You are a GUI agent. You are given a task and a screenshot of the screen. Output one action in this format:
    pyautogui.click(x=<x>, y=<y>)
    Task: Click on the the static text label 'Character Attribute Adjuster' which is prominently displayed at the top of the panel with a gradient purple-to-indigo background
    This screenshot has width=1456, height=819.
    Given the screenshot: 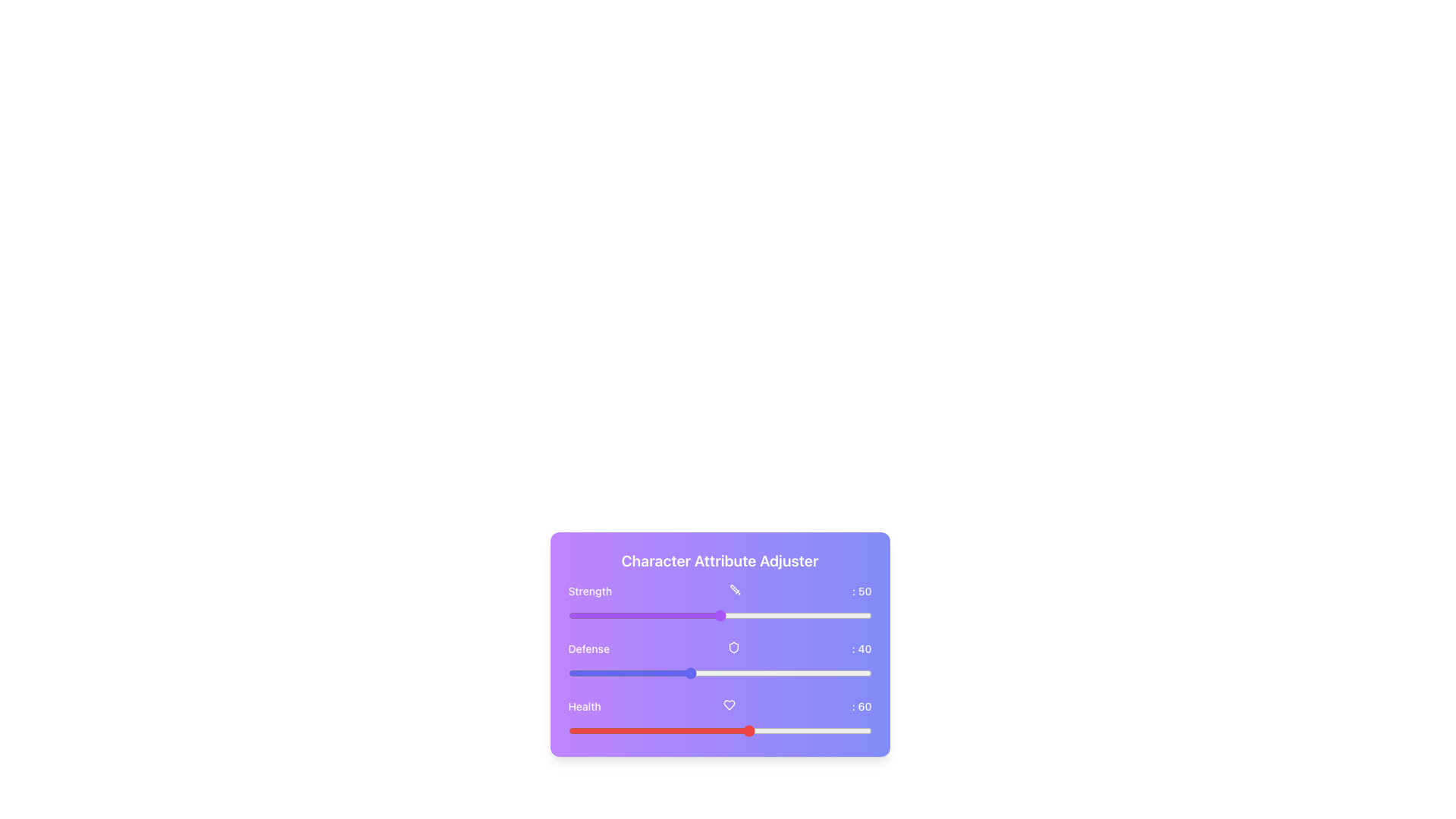 What is the action you would take?
    pyautogui.click(x=719, y=561)
    